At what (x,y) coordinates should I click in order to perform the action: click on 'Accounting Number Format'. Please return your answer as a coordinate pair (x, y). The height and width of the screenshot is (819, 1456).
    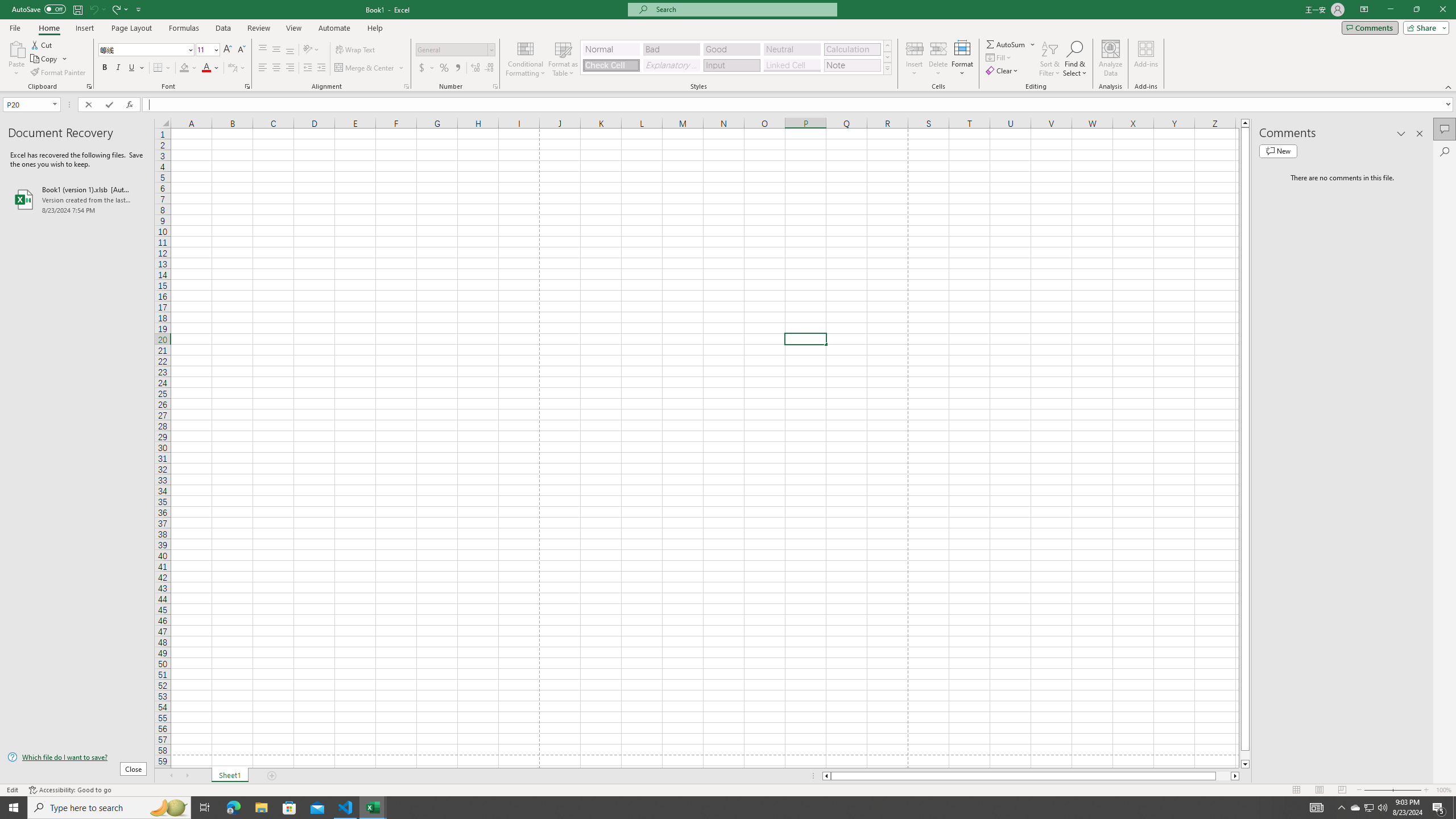
    Looking at the image, I should click on (427, 67).